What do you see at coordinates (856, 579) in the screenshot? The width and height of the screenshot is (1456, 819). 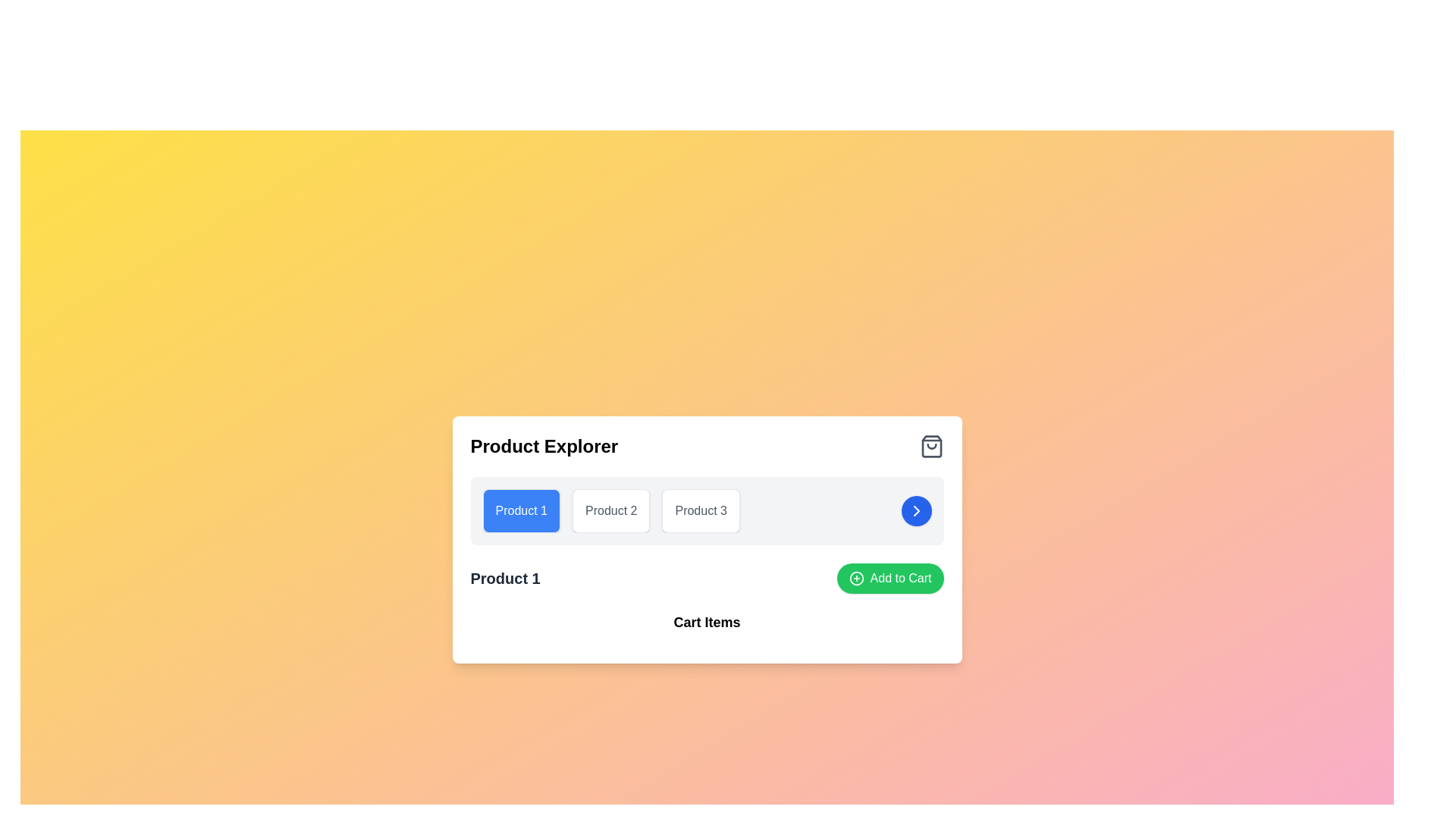 I see `the '+' icon inside the green 'Add to Cart' button, which is styled with a thin border and centered cross` at bounding box center [856, 579].